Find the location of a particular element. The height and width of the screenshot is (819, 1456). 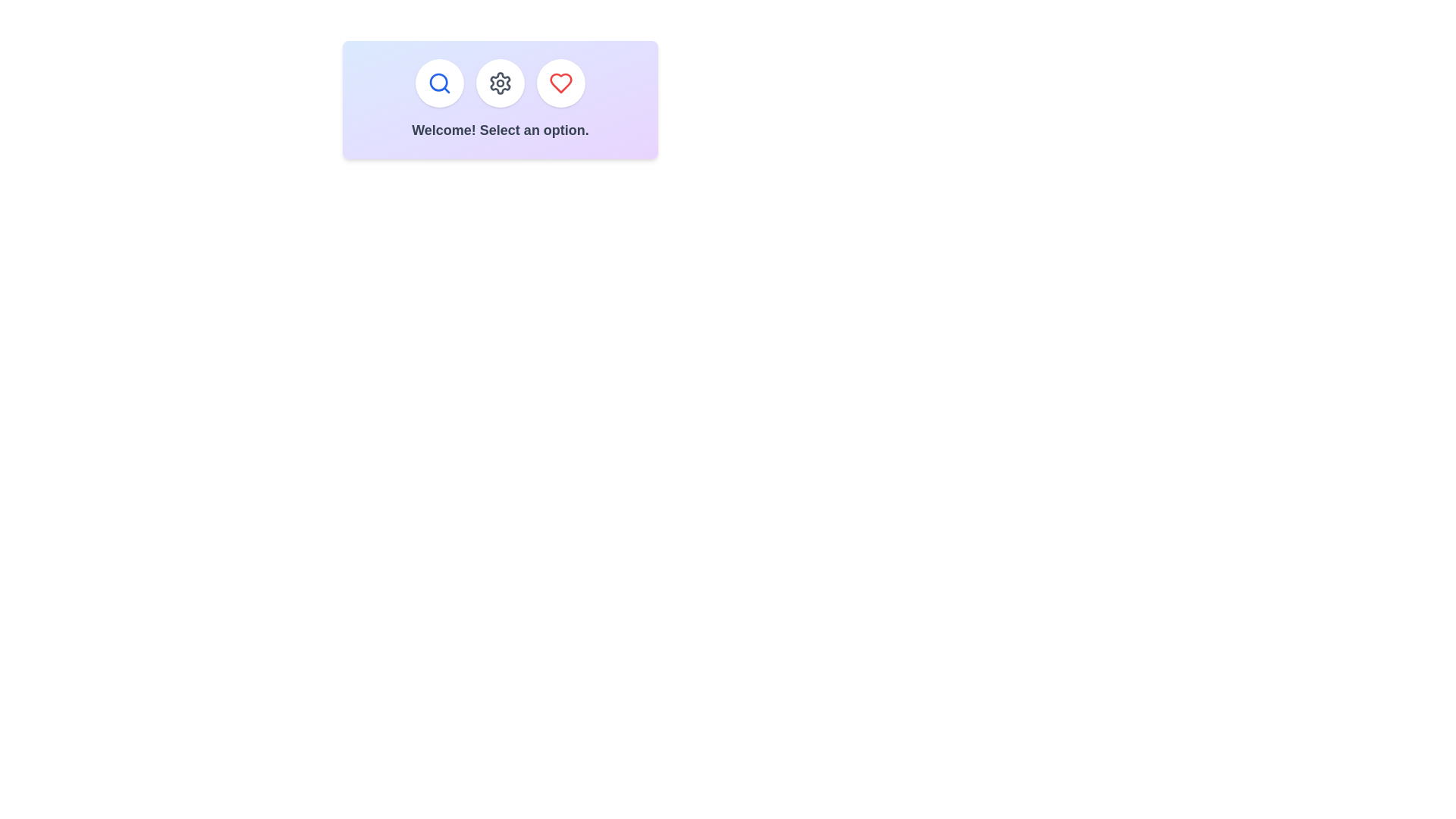

the settings icon, which is the second circular icon in a horizontal arrangement of three icons is located at coordinates (500, 83).